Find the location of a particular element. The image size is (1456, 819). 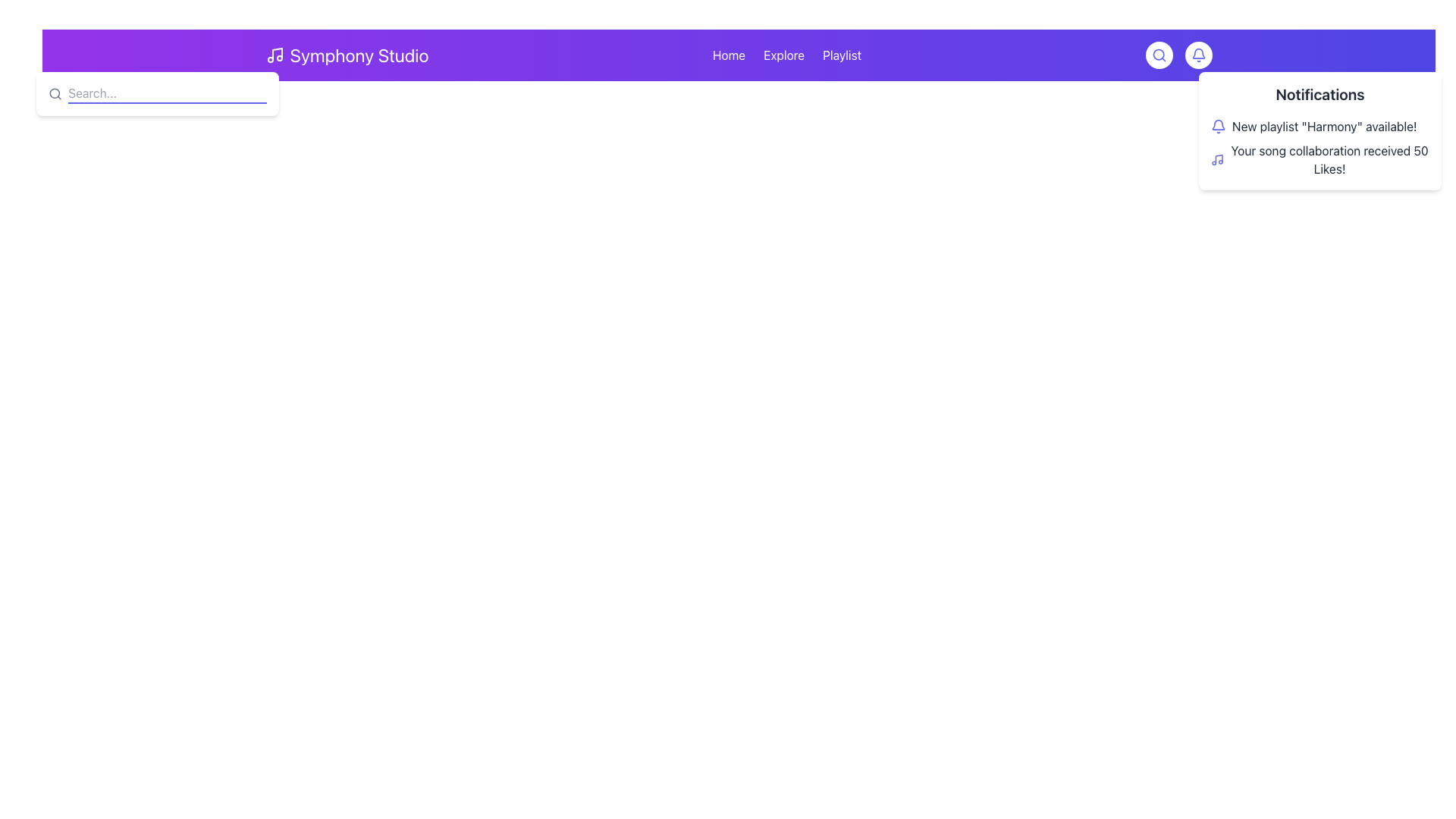

the circular lens part of the magnifying glass icon located in the top-right corner of the interface, adjacent to the notifications icon is located at coordinates (55, 93).